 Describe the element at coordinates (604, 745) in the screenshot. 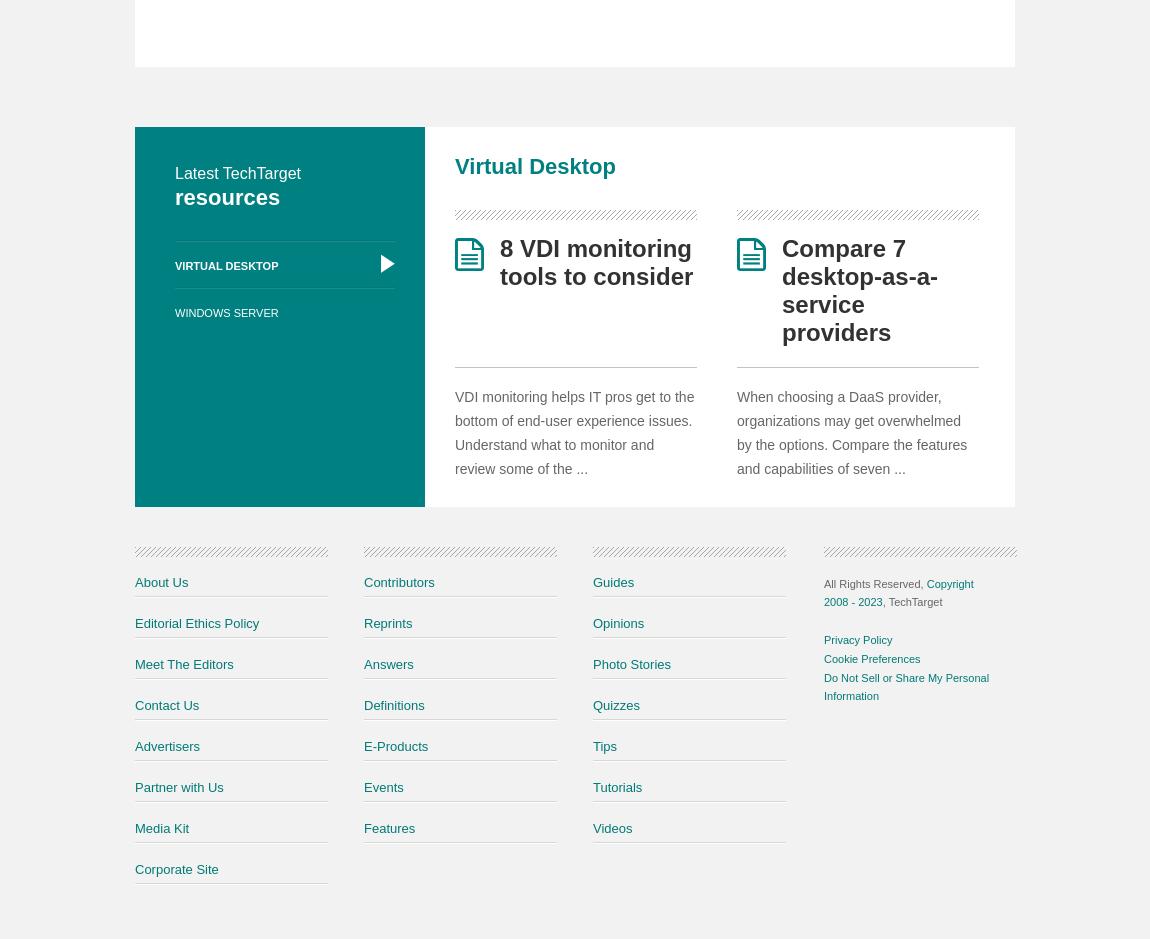

I see `'Tips'` at that location.